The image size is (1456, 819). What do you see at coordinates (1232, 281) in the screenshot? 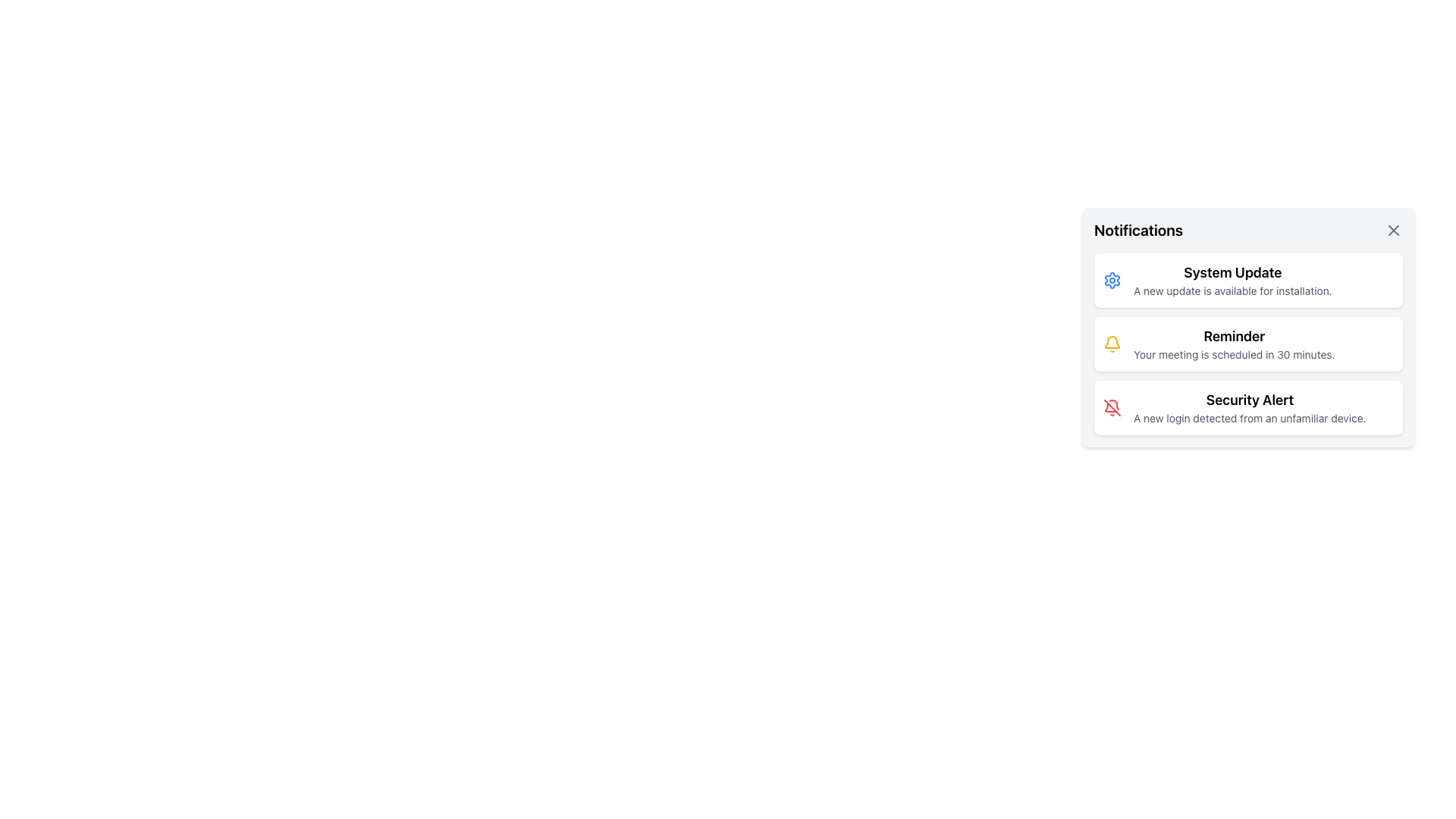
I see `the 'System Update' notification text label, which consists of the title 'System Update' in bold and large font, and the description 'A new update is available for installation.' in smaller gray font, located in the upper section of the notifications panel` at bounding box center [1232, 281].